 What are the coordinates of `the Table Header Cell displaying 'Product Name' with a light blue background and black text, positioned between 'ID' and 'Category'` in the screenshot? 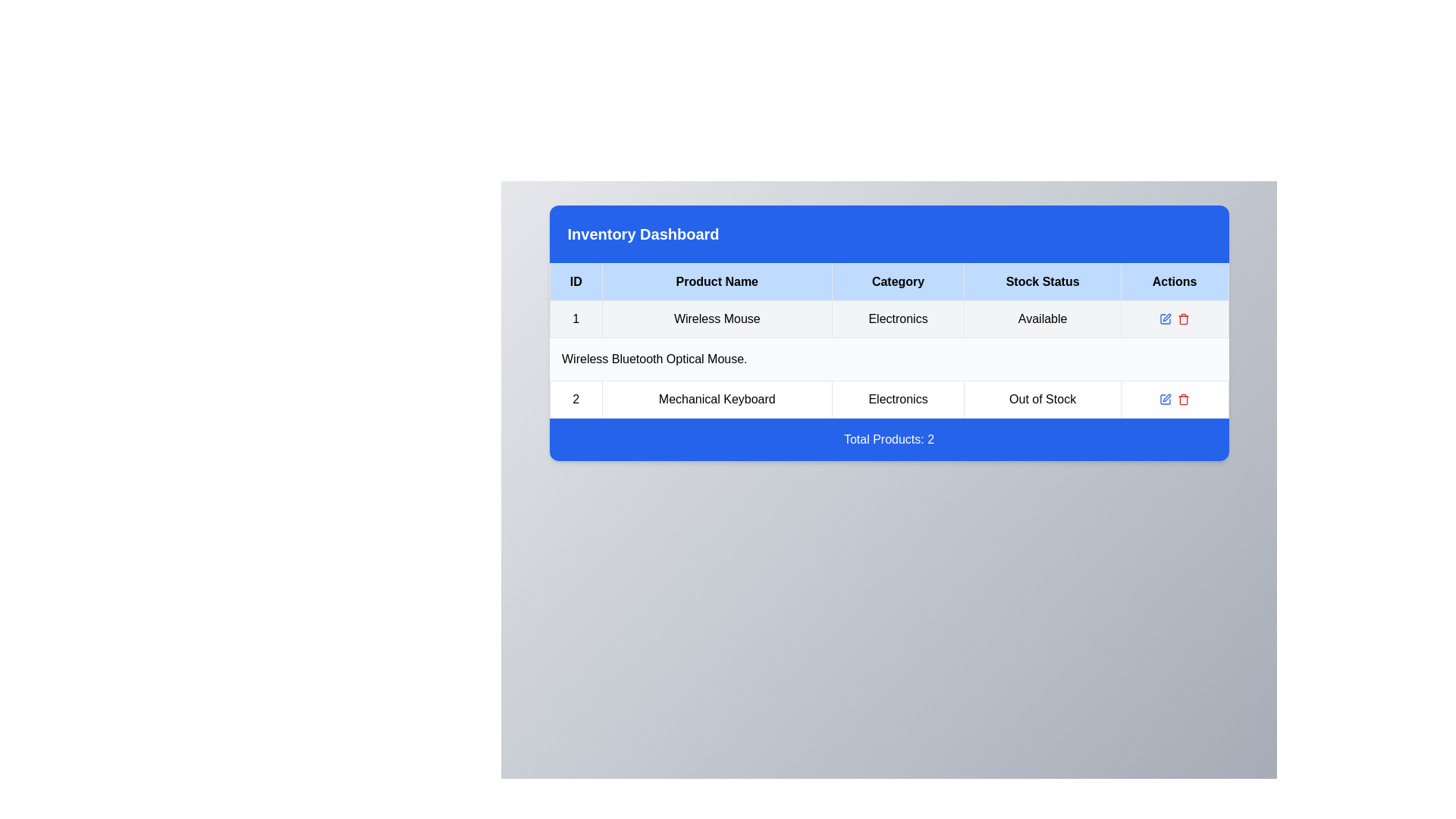 It's located at (716, 281).